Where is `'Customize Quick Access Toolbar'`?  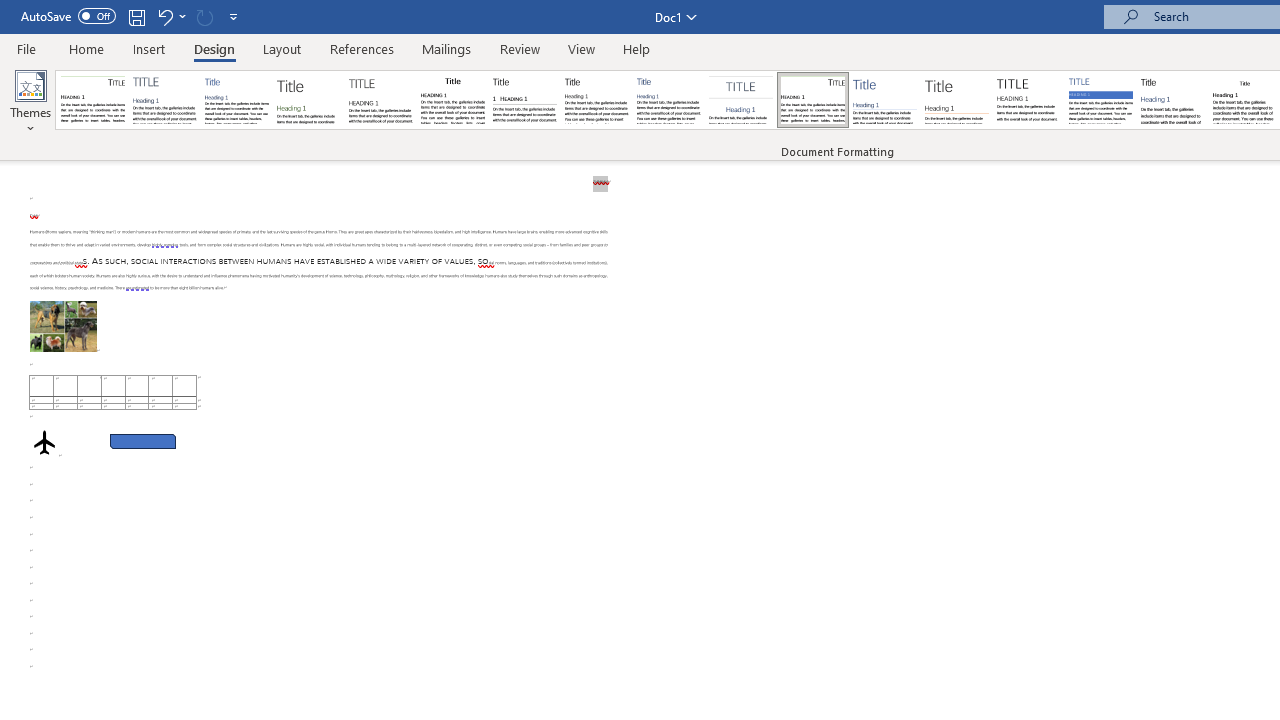 'Customize Quick Access Toolbar' is located at coordinates (234, 16).